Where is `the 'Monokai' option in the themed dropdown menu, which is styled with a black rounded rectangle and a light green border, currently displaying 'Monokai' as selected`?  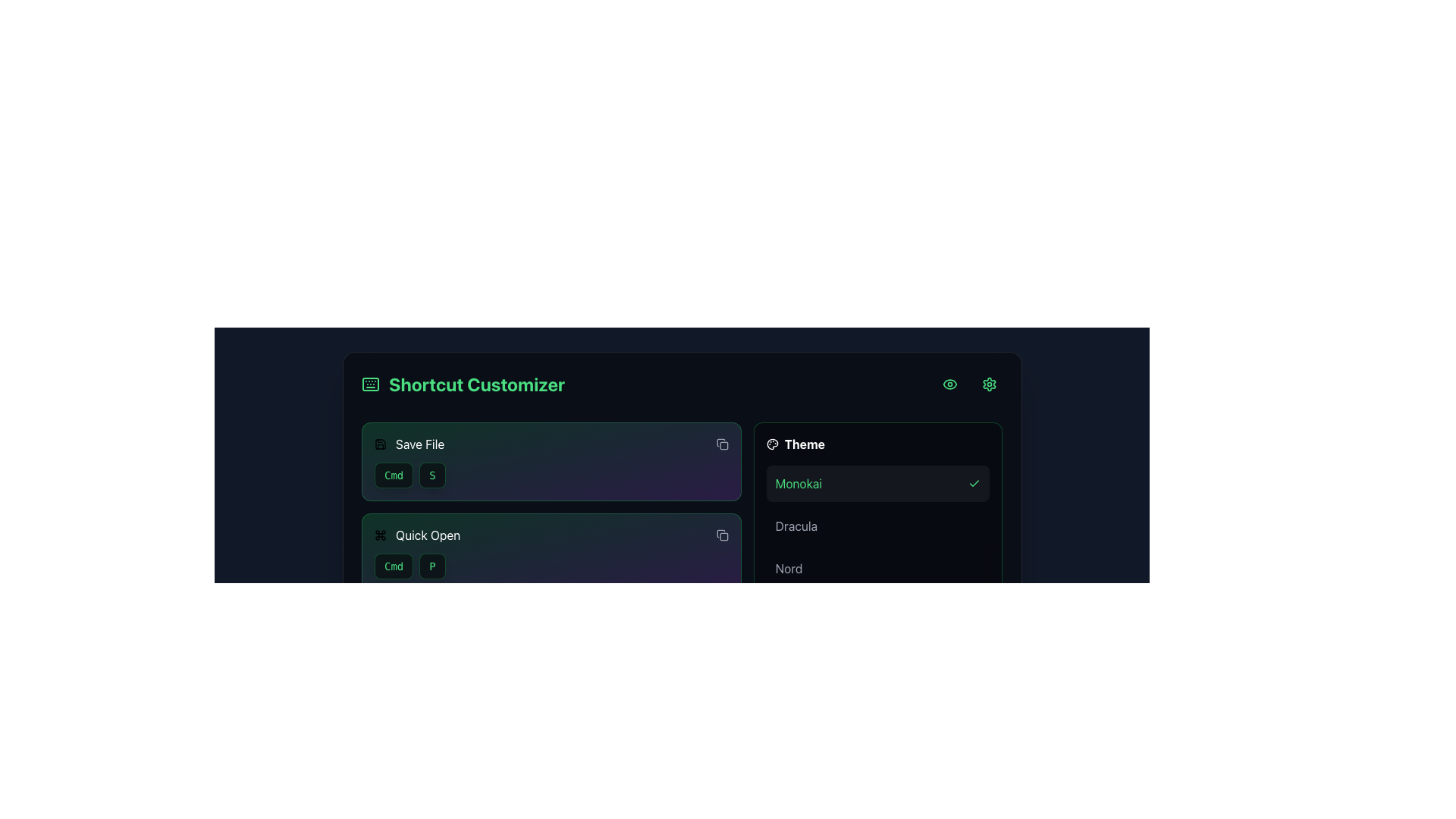
the 'Monokai' option in the themed dropdown menu, which is styled with a black rounded rectangle and a light green border, currently displaying 'Monokai' as selected is located at coordinates (878, 511).